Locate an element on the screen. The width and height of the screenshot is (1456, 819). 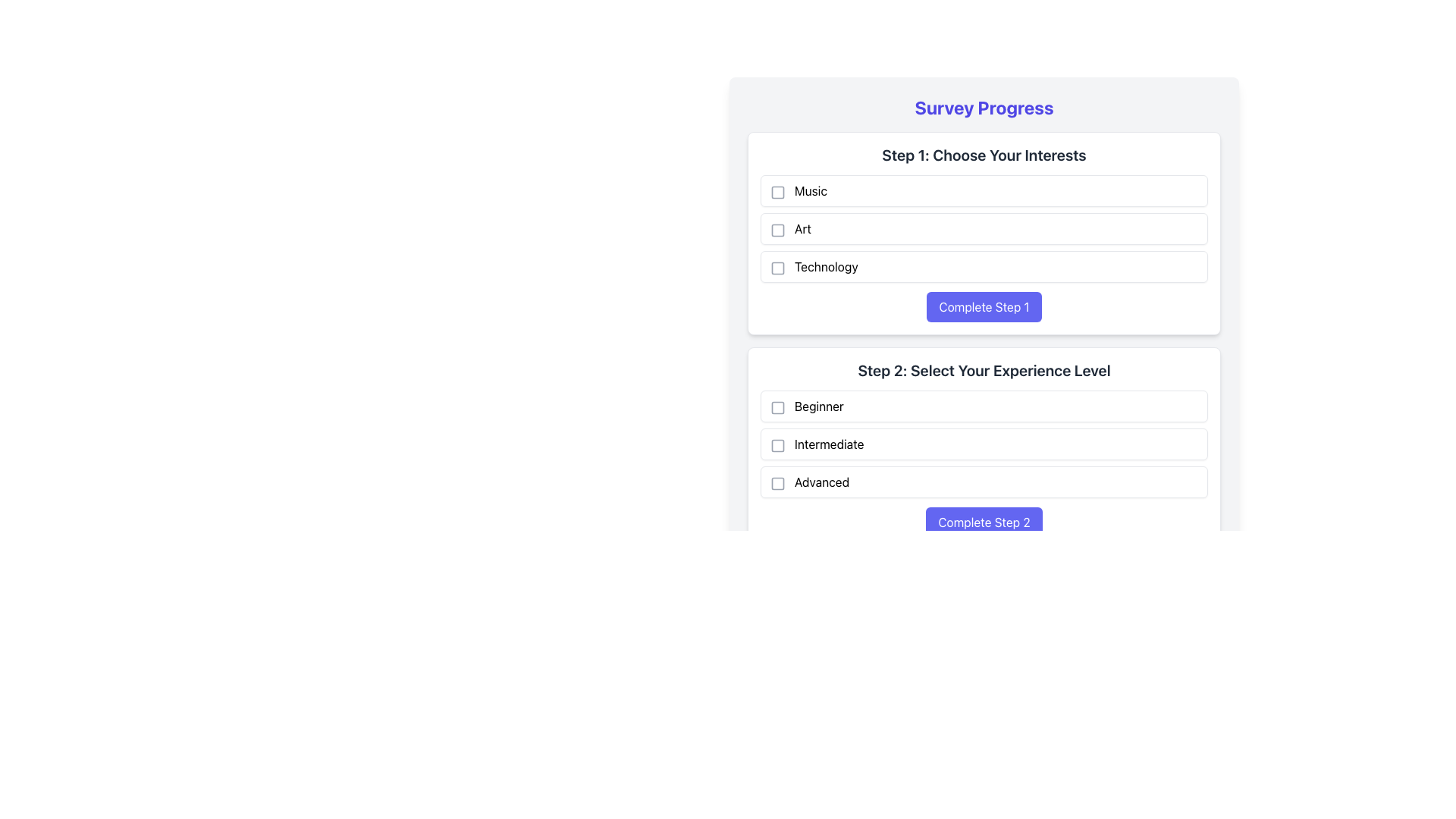
the 'Intermediate' selectable button located under the section labeled 'Step 2: Select Your Experience Level' is located at coordinates (984, 444).